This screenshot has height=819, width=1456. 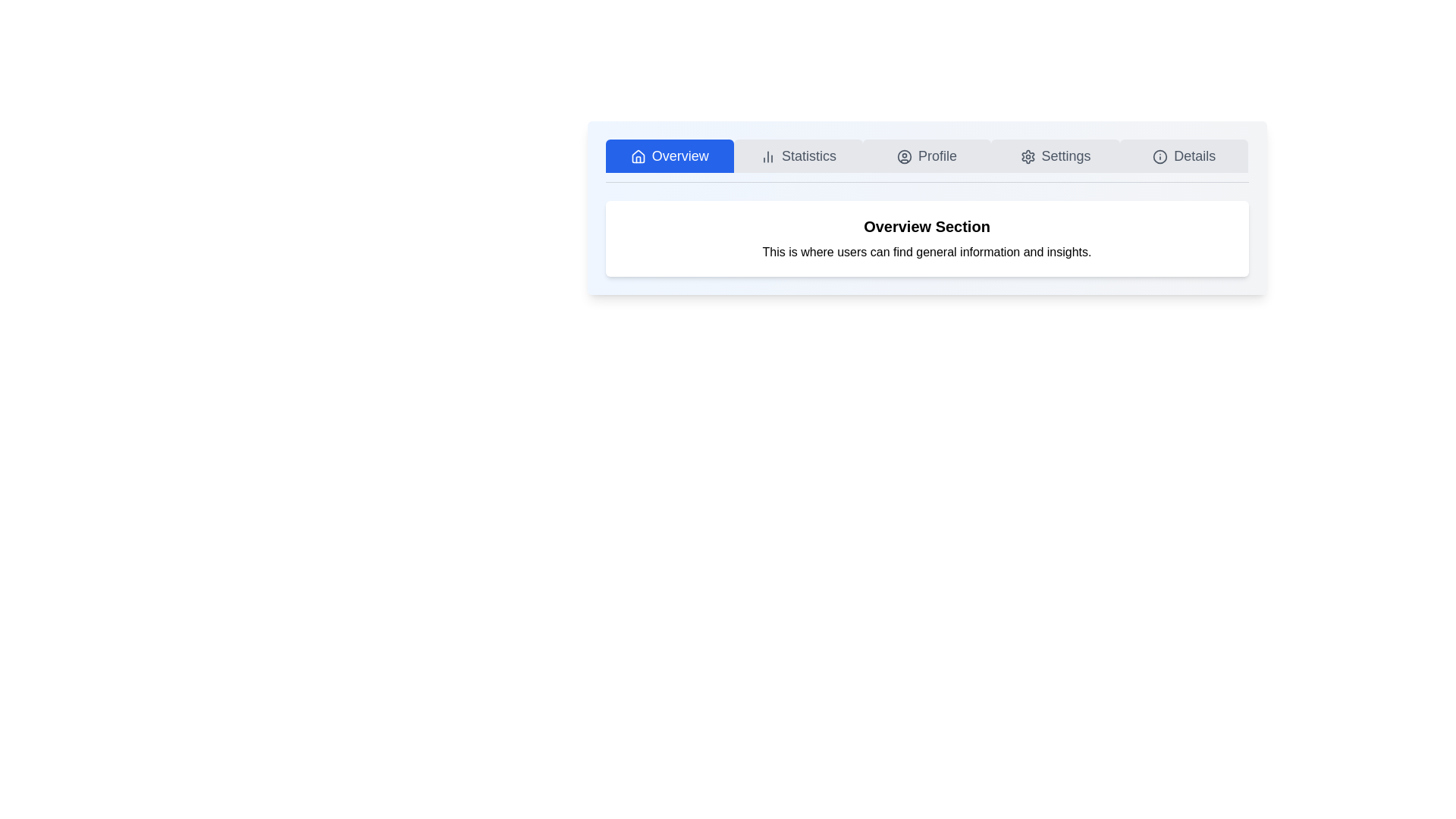 I want to click on the 'Details' tab, which is a rectangular button with rounded top corners, gray background, and contains the text label 'Details' along with an information icon, so click(x=1183, y=155).